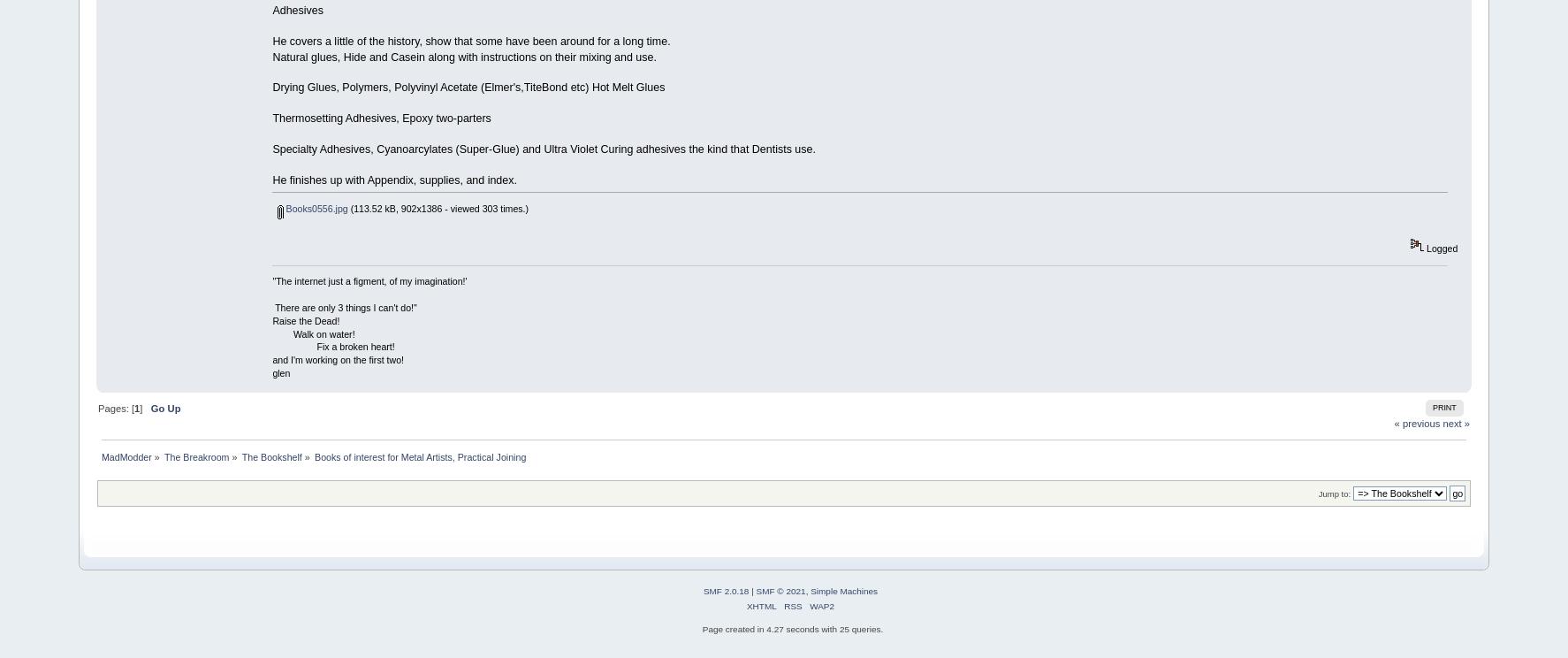 This screenshot has width=1568, height=658. What do you see at coordinates (164, 407) in the screenshot?
I see `'Go Up'` at bounding box center [164, 407].